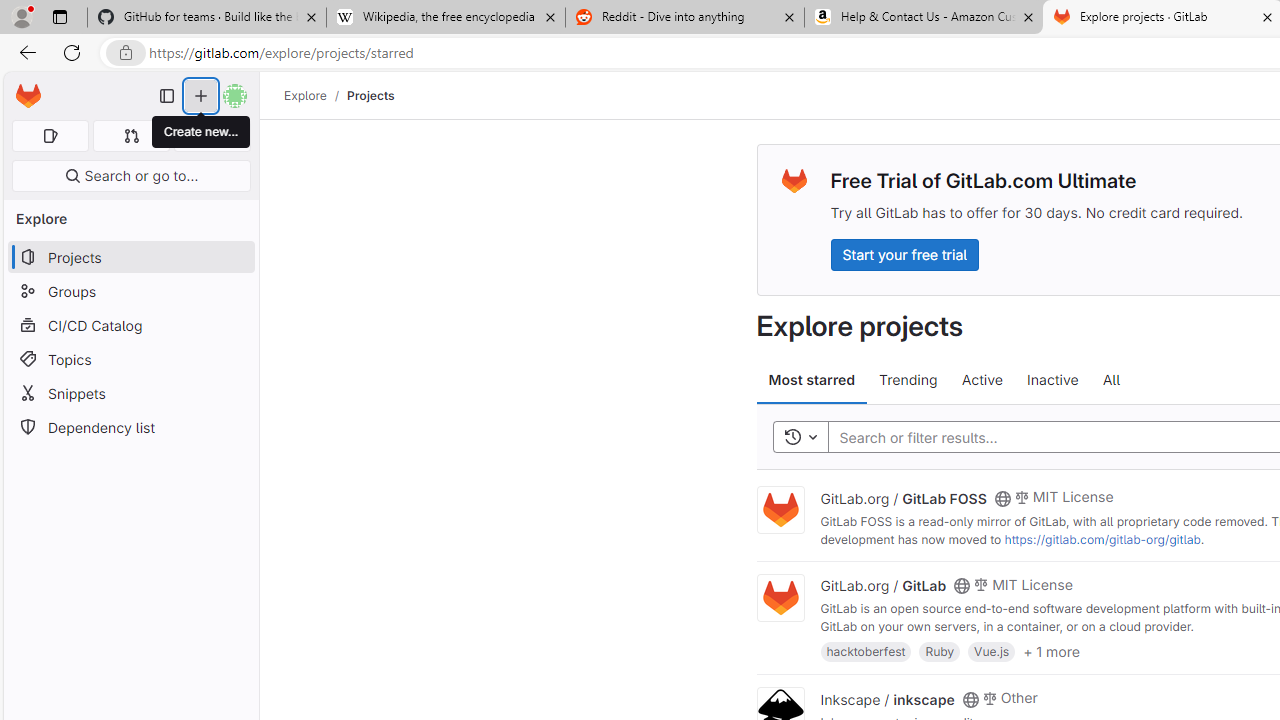  What do you see at coordinates (800, 436) in the screenshot?
I see `'Toggle history'` at bounding box center [800, 436].